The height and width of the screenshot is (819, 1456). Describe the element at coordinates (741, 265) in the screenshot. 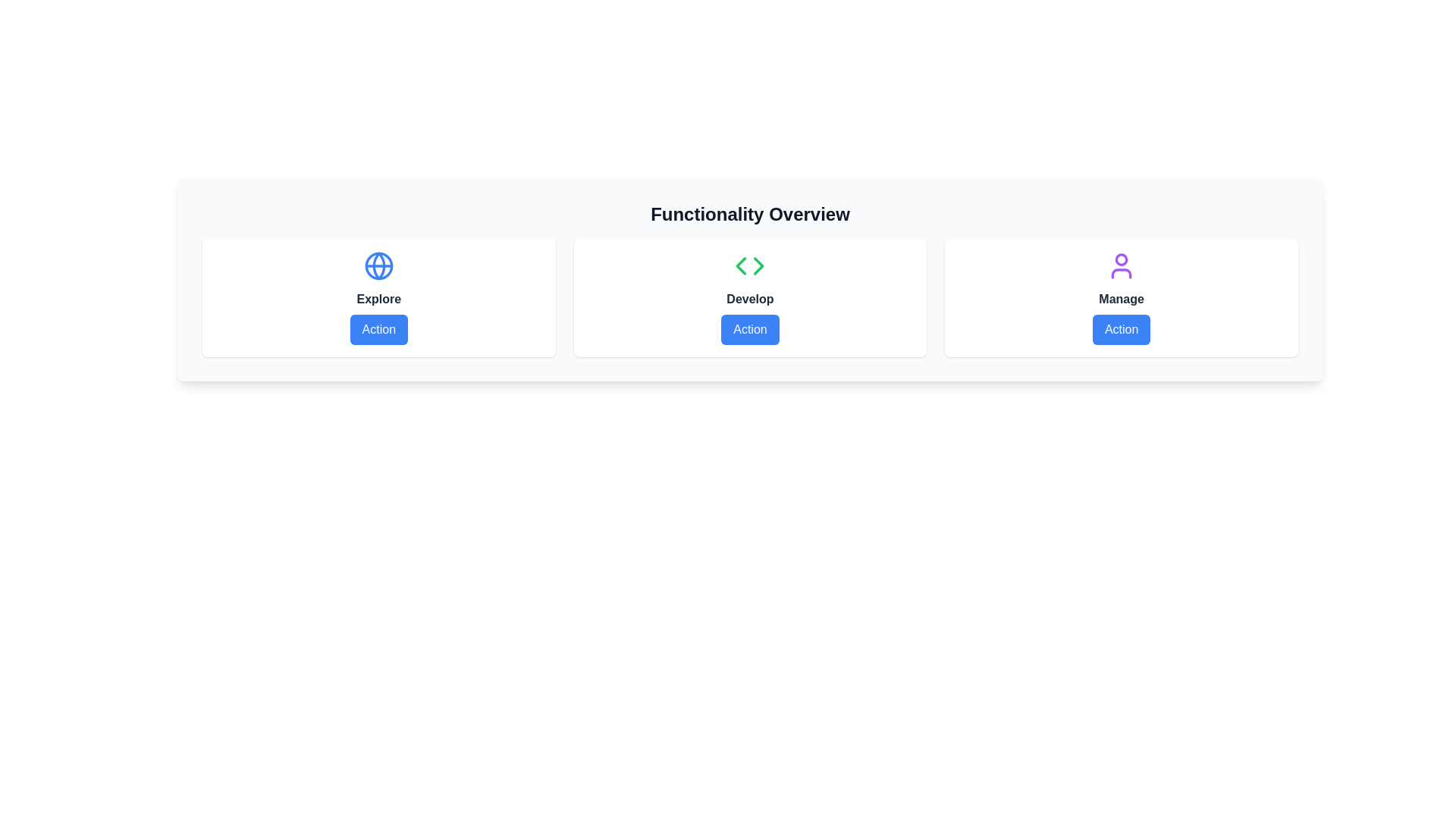

I see `the small left-pointing green arrow icon in the middle pane titled 'Develop', which is positioned slightly left of the right arrow` at that location.